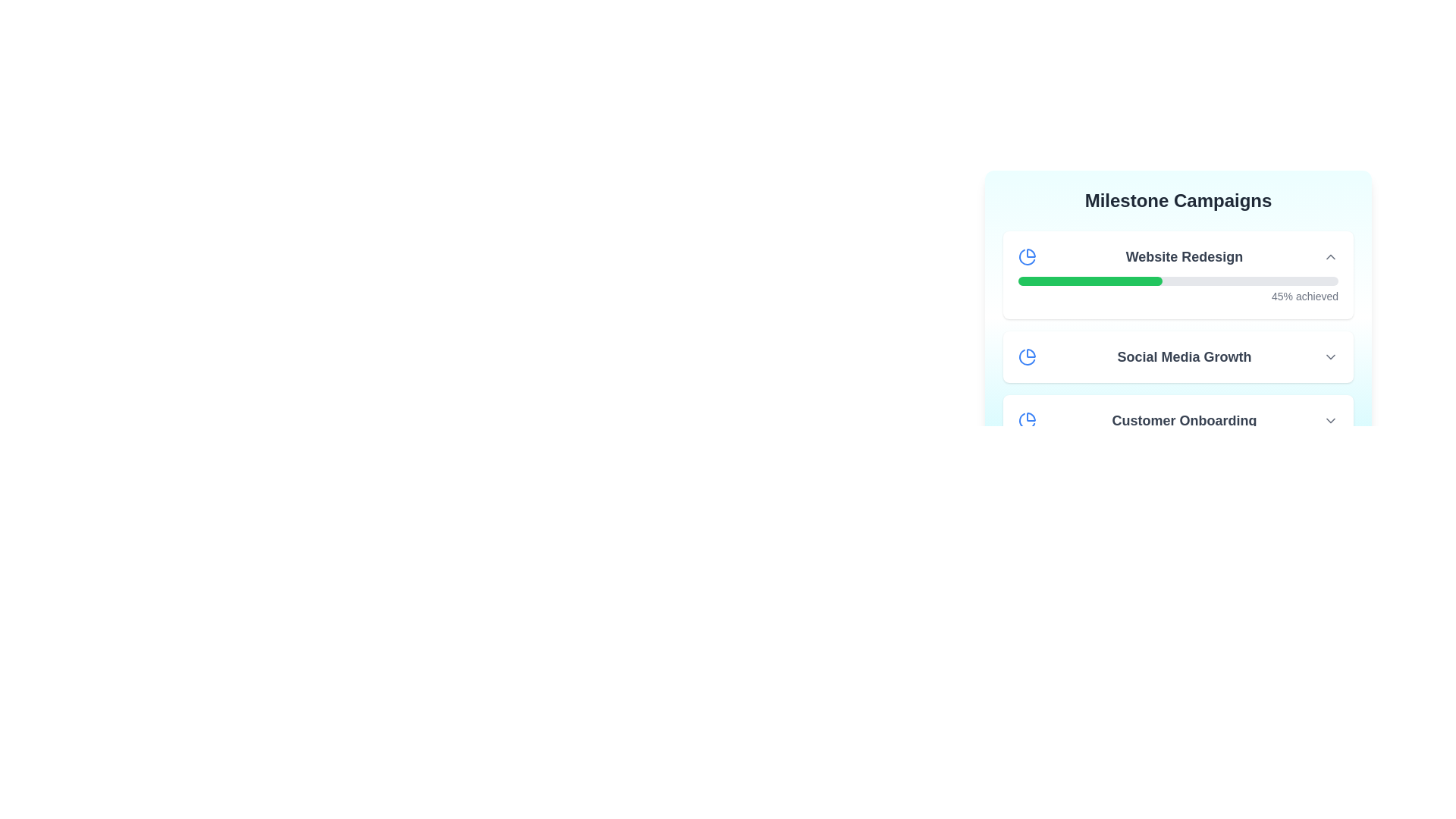 This screenshot has width=1456, height=819. What do you see at coordinates (1031, 417) in the screenshot?
I see `the pie chart icon element located within the SVG icon to the left of the 'Customer Onboarding' label` at bounding box center [1031, 417].